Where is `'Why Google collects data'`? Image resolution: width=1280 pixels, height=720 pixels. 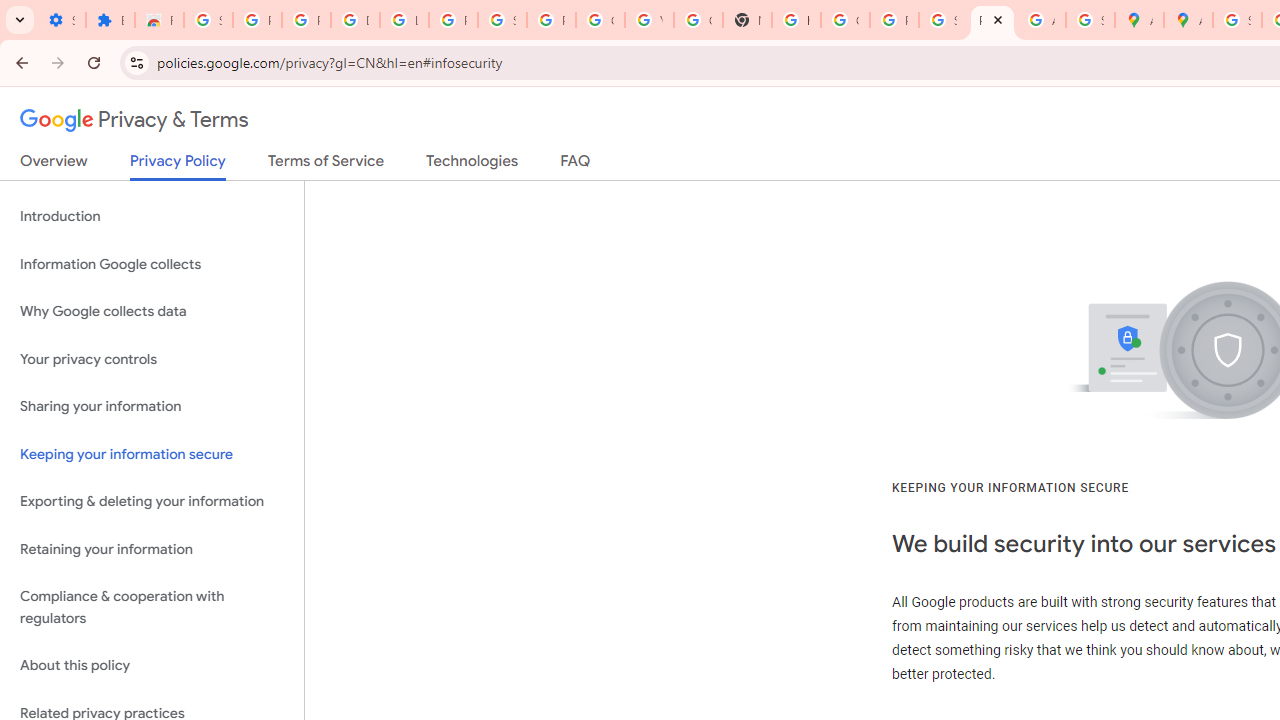
'Why Google collects data' is located at coordinates (151, 312).